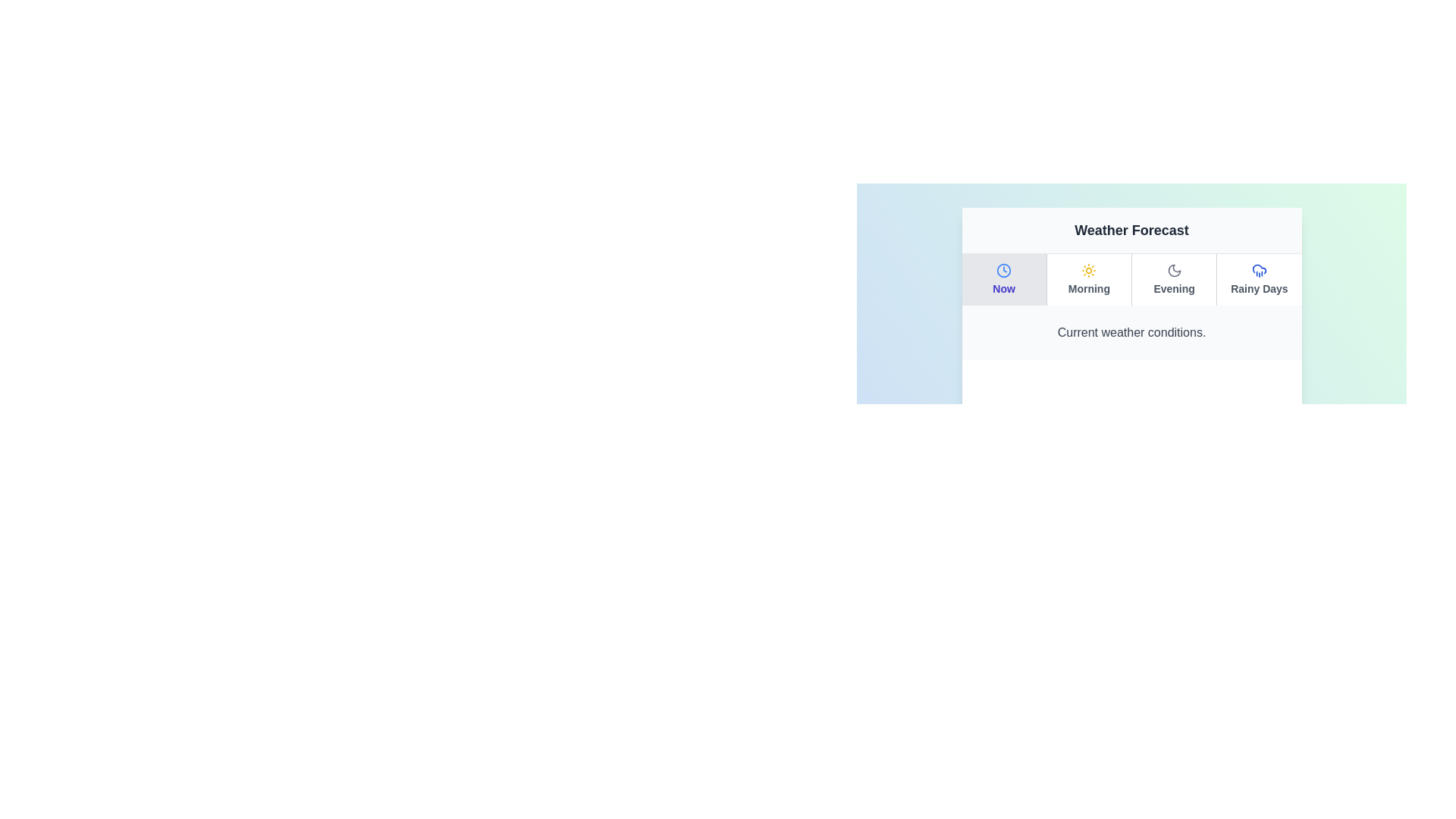 Image resolution: width=1456 pixels, height=819 pixels. I want to click on the weather forecasting section header text label, which is horizontally centered at the top of a bordered section with a light gray background, so click(1131, 231).